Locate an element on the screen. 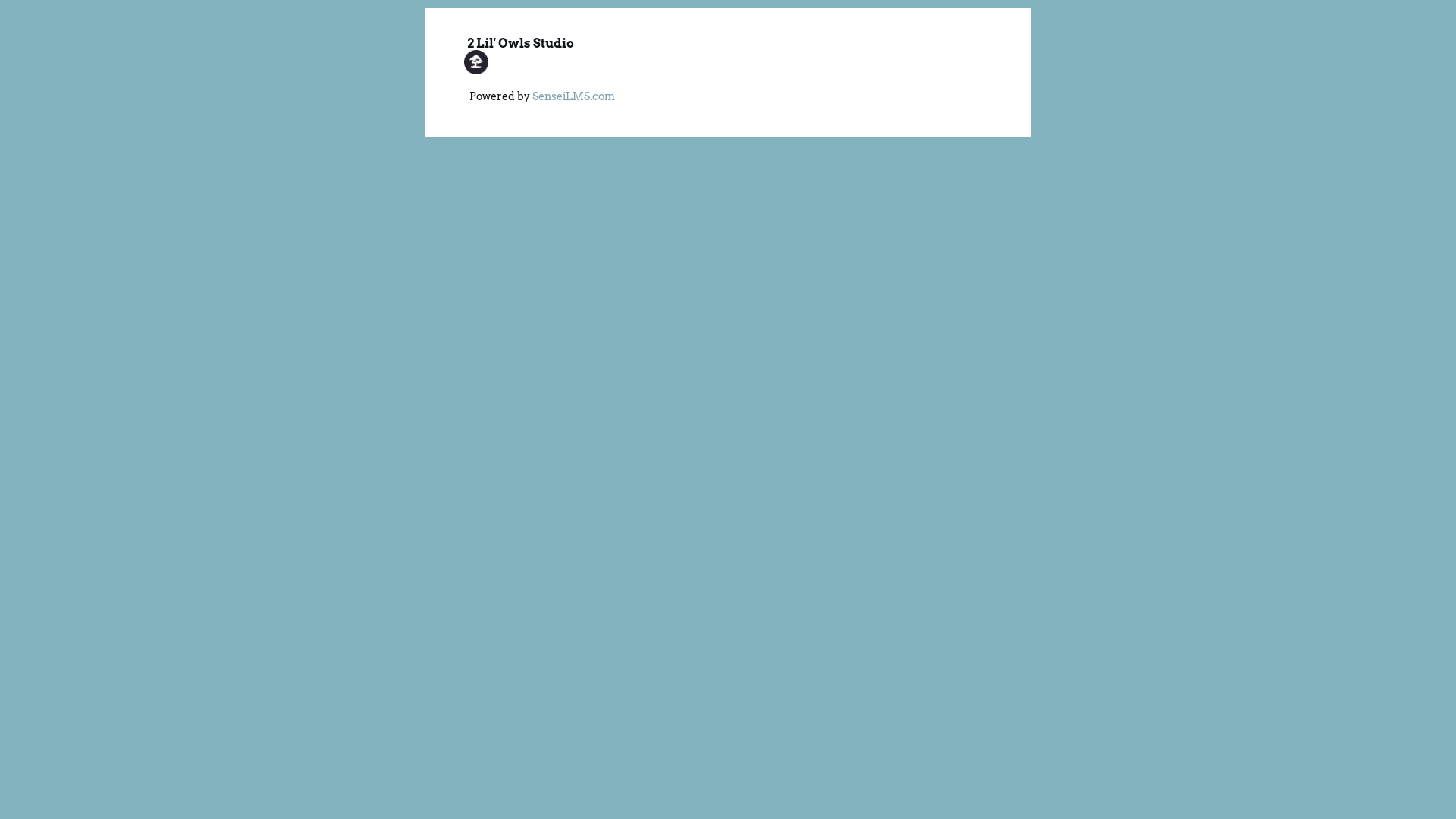 The height and width of the screenshot is (819, 1456). 'SenseiLMS.com' is located at coordinates (573, 96).